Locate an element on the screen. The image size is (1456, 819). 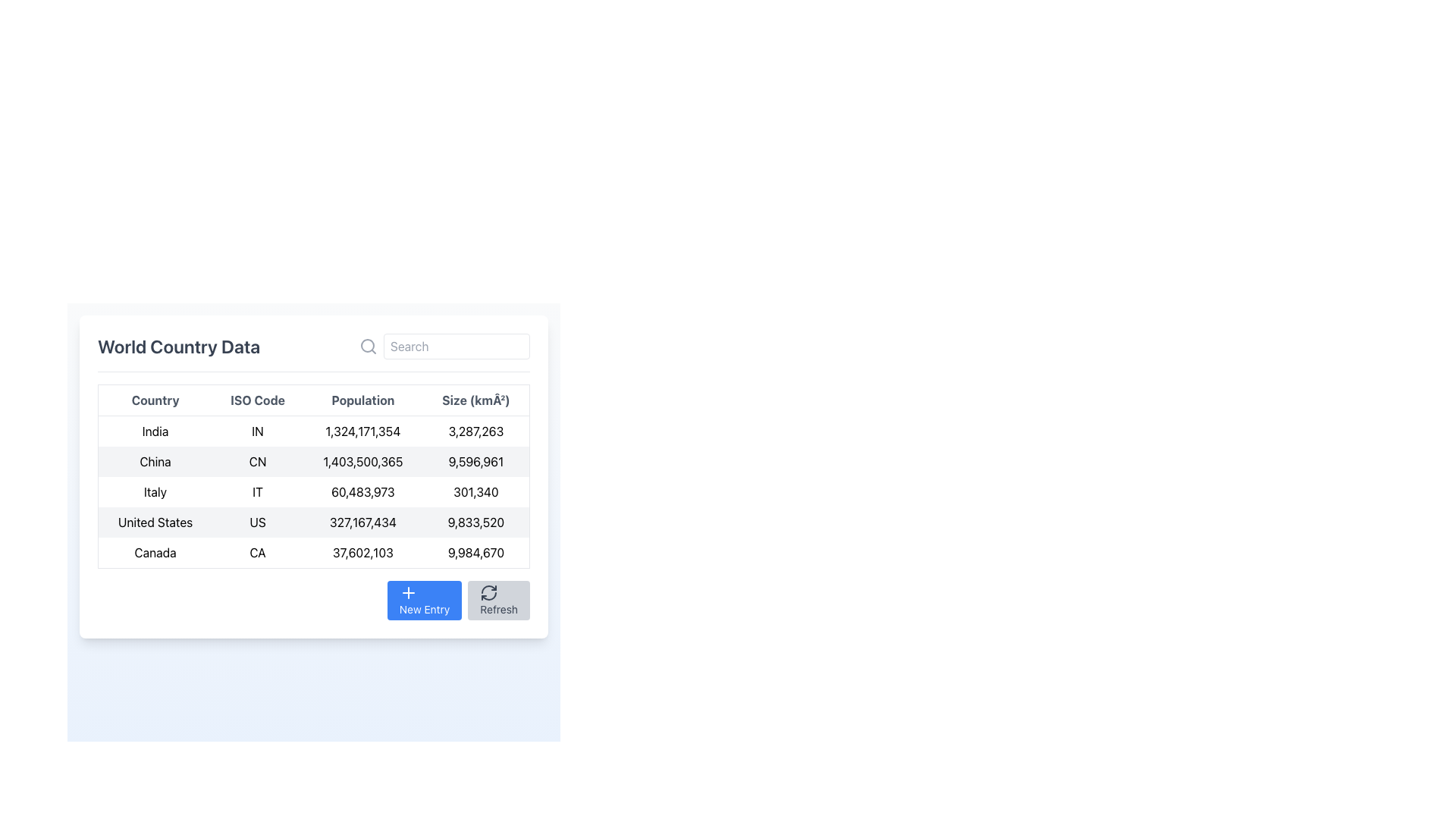
the static text label displaying the size of Canada in square kilometers, located in the rightmost cell of the row for Canada in the table is located at coordinates (475, 553).